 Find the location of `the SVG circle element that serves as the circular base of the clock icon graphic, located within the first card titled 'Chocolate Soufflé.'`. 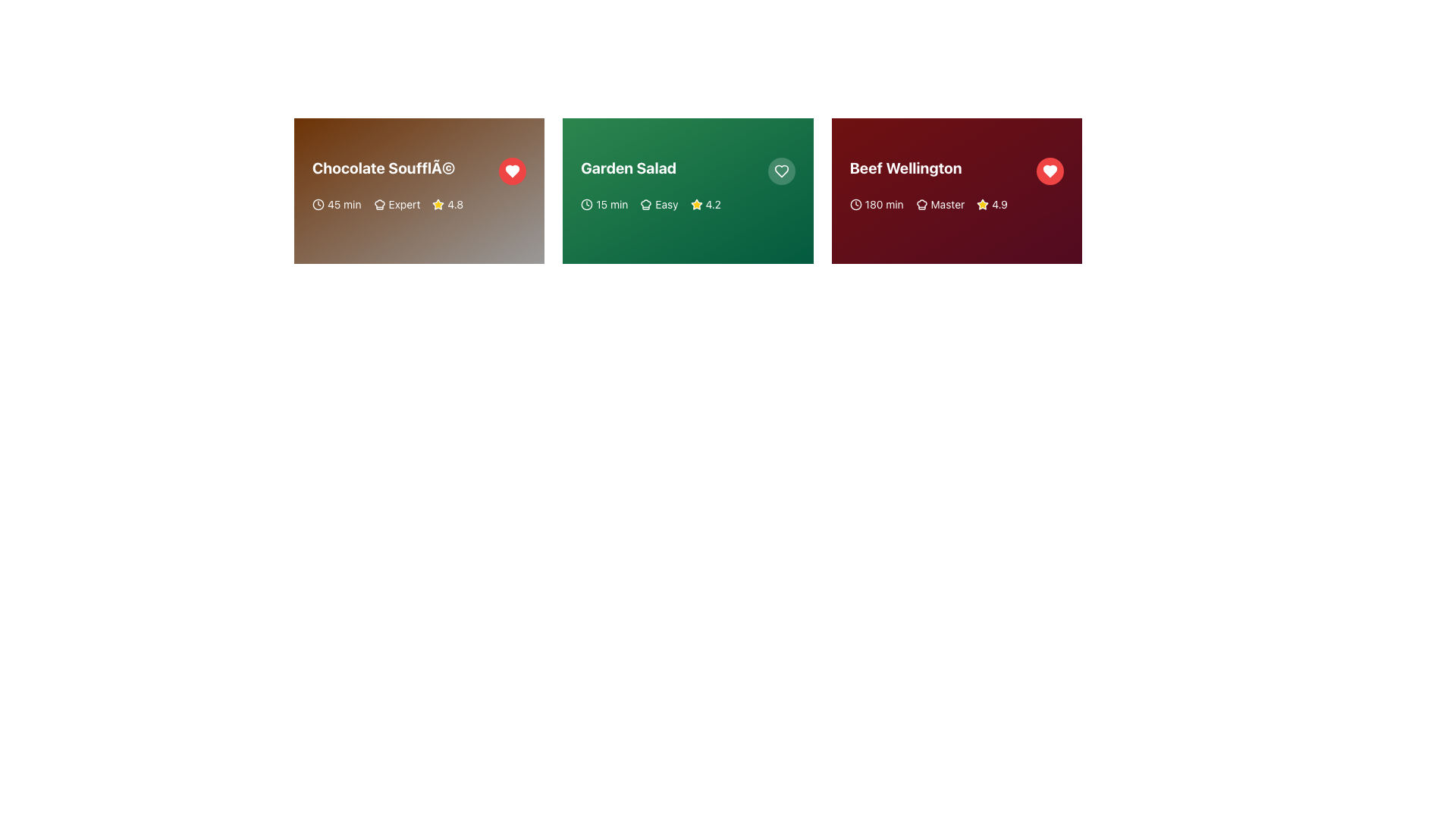

the SVG circle element that serves as the circular base of the clock icon graphic, located within the first card titled 'Chocolate Soufflé.' is located at coordinates (318, 205).